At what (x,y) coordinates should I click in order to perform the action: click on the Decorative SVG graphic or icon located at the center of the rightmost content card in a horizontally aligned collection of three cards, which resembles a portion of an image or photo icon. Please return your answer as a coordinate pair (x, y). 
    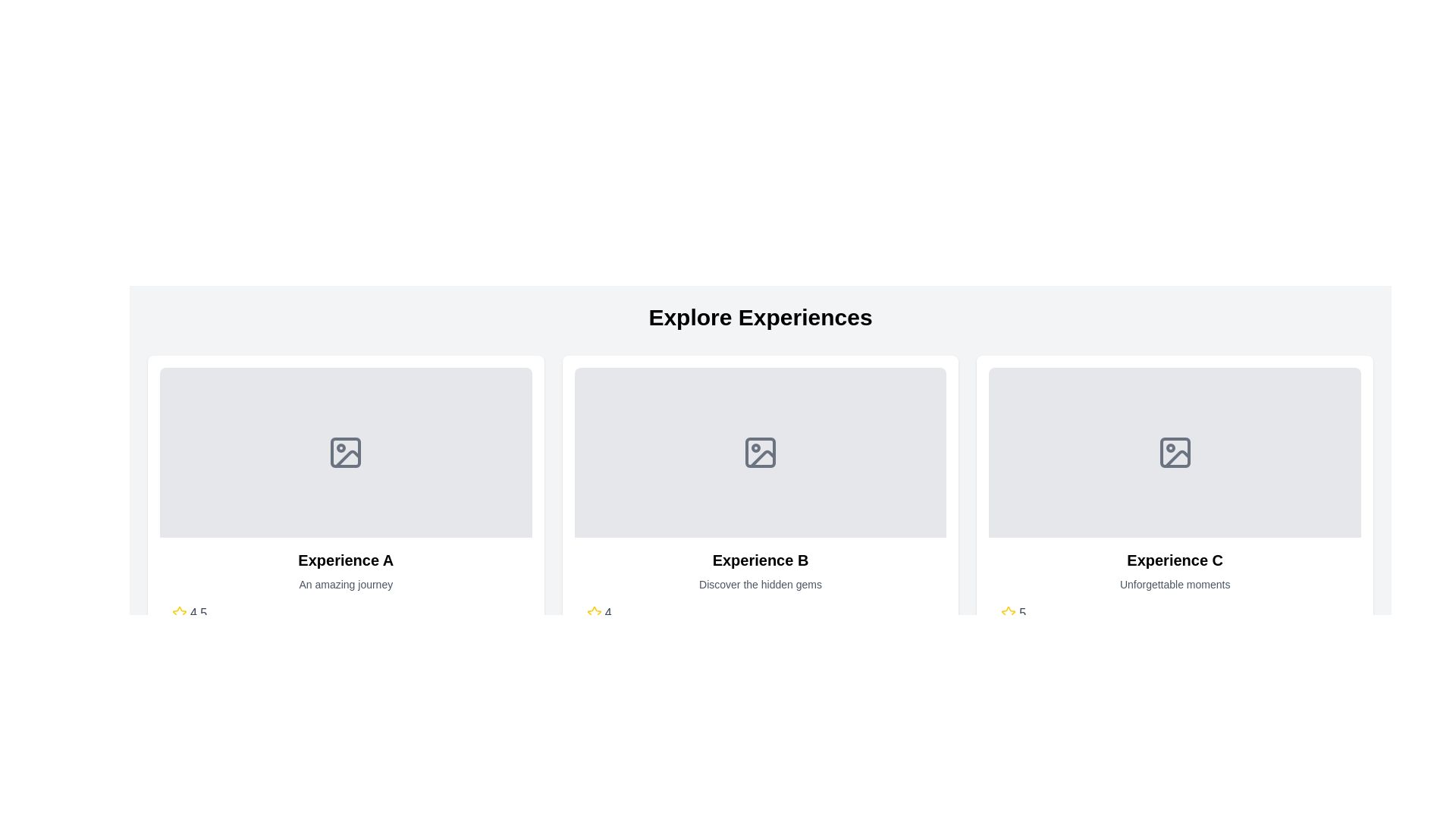
    Looking at the image, I should click on (1176, 458).